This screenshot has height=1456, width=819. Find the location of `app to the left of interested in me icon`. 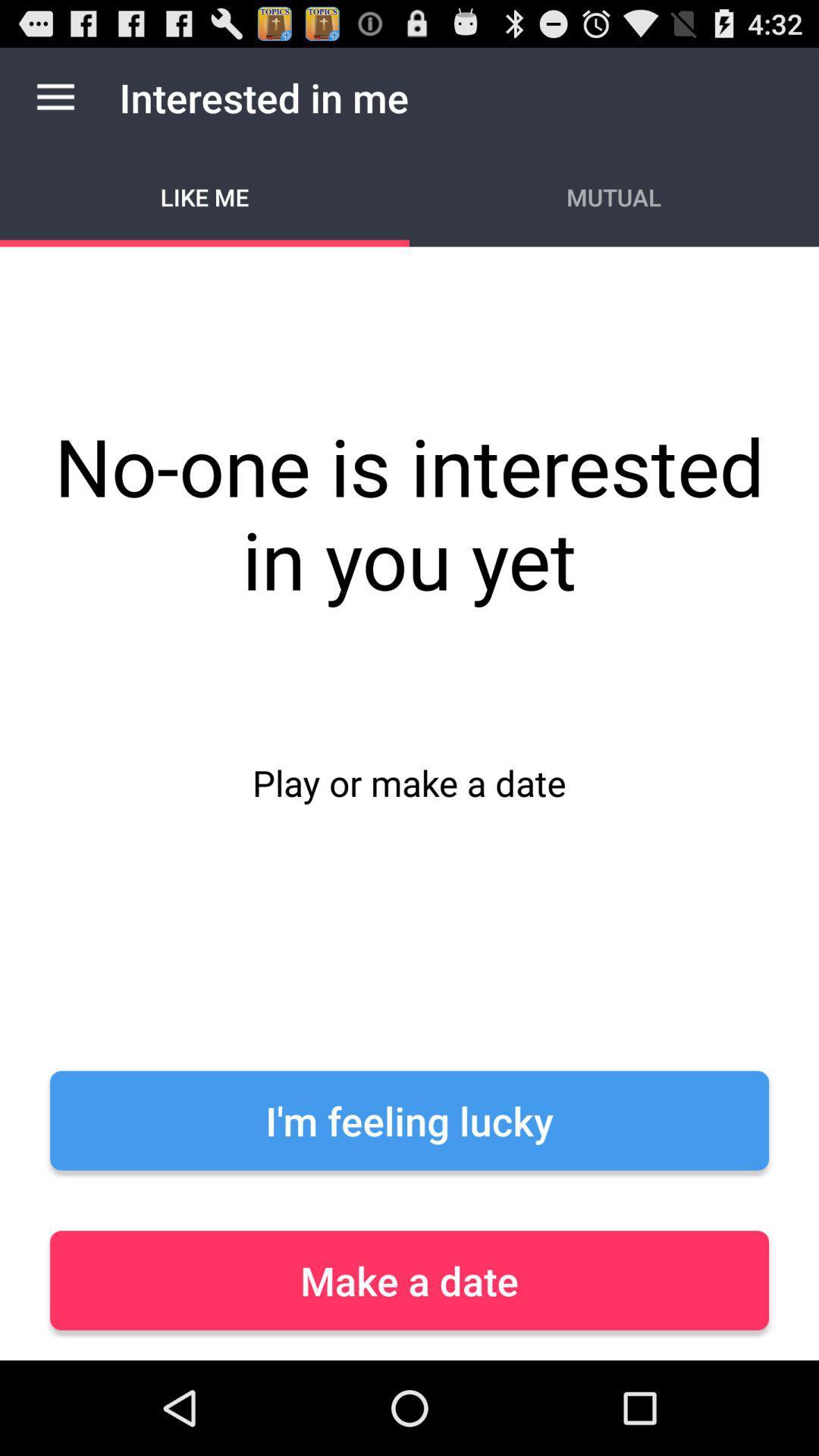

app to the left of interested in me icon is located at coordinates (55, 96).